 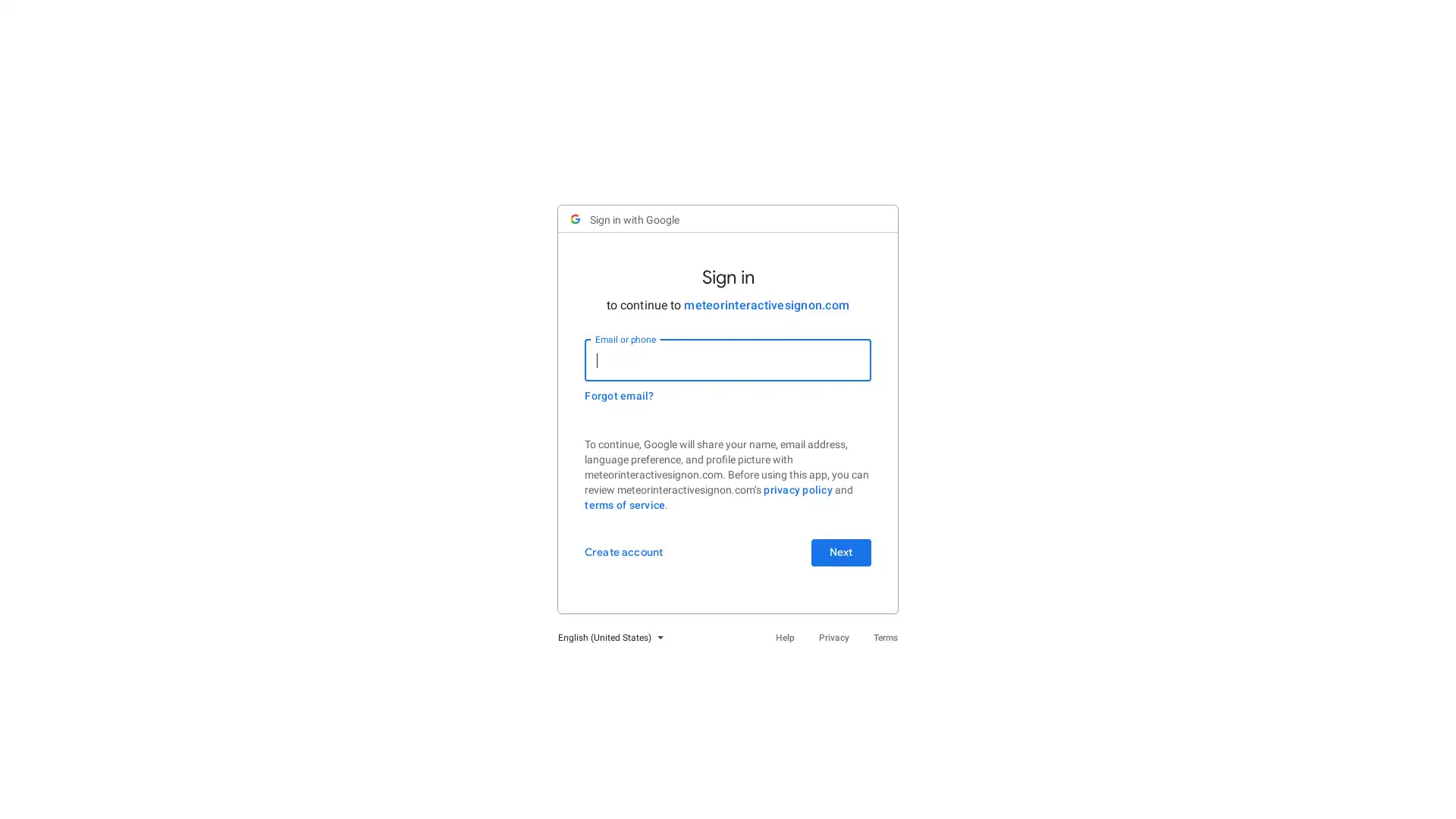 What do you see at coordinates (836, 555) in the screenshot?
I see `Next` at bounding box center [836, 555].